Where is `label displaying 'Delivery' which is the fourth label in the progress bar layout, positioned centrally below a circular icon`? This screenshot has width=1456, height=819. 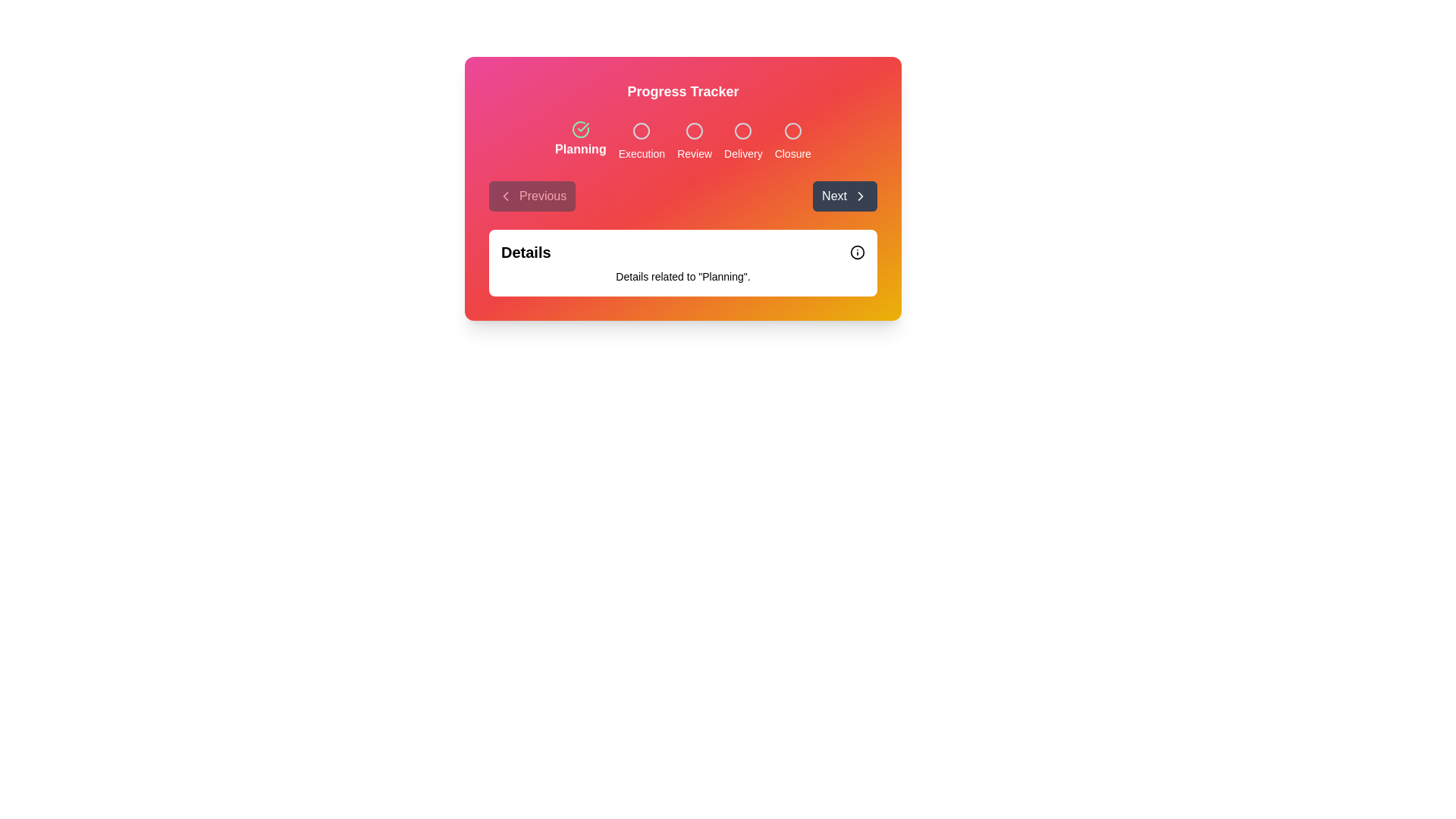
label displaying 'Delivery' which is the fourth label in the progress bar layout, positioned centrally below a circular icon is located at coordinates (743, 141).